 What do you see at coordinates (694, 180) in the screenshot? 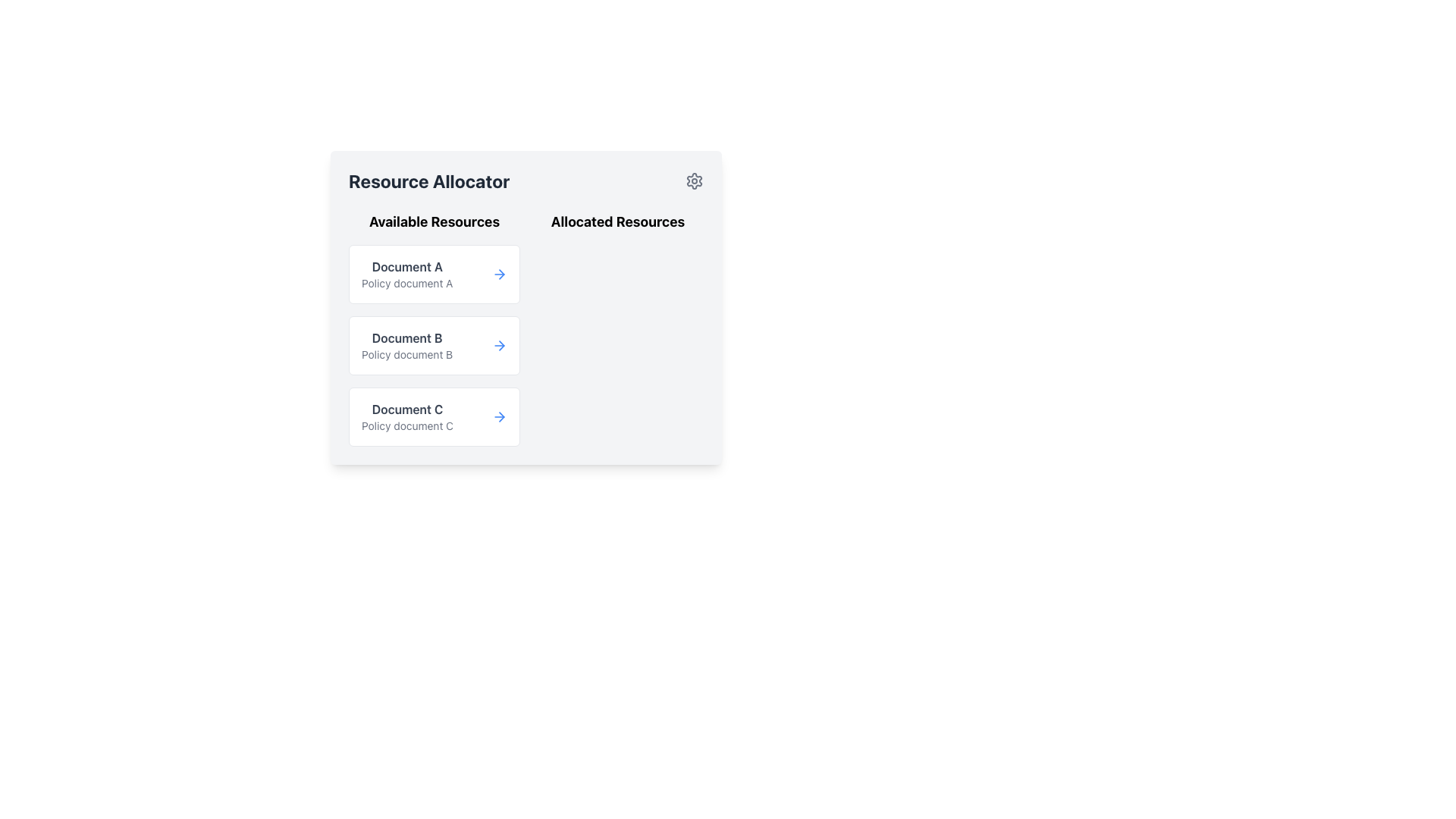
I see `the cogwheel-shaped settings icon located in the top-right corner of the 'Resource Allocator' card` at bounding box center [694, 180].